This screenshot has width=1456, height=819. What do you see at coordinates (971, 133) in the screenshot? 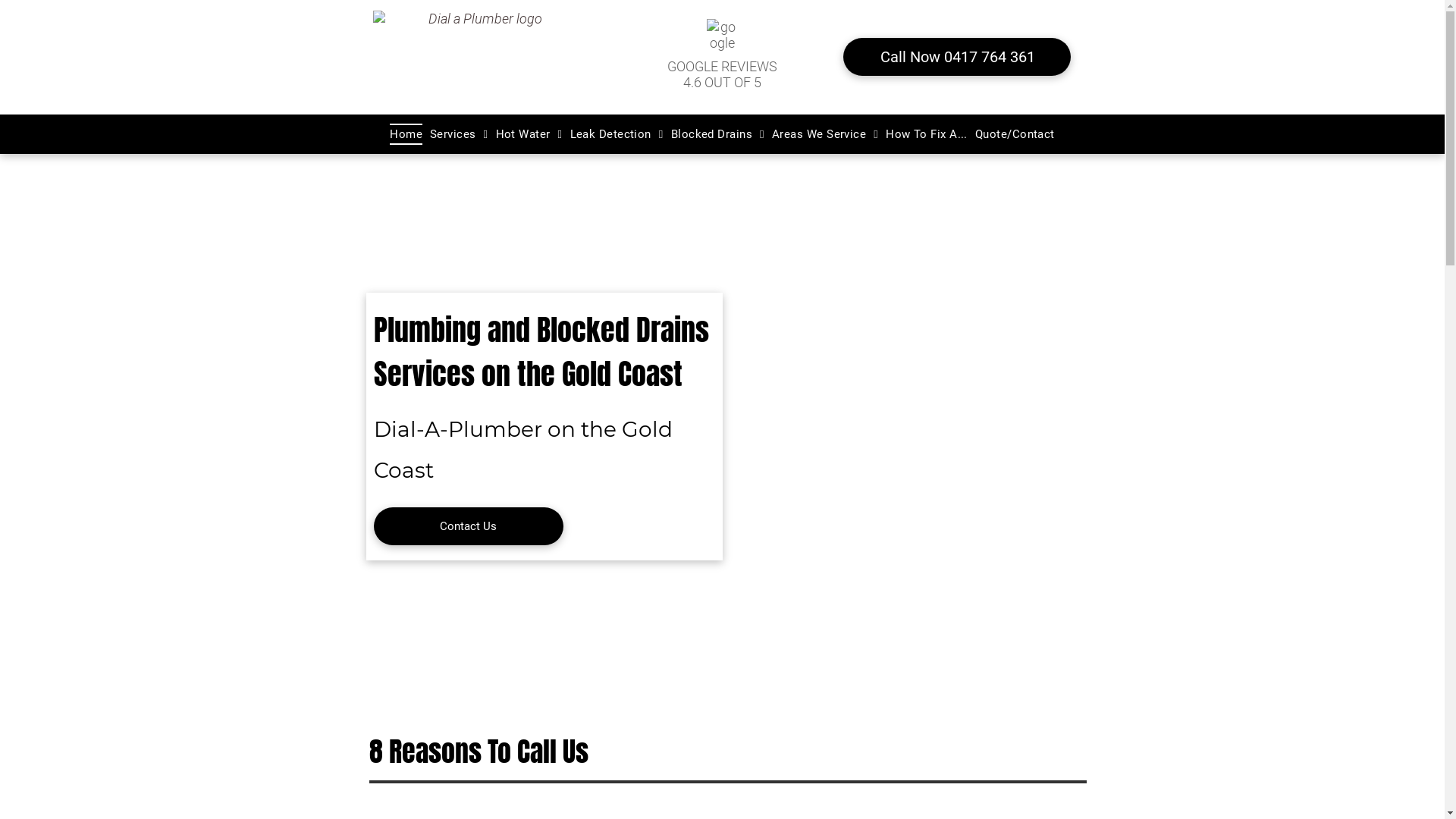
I see `'Quote/Contact'` at bounding box center [971, 133].